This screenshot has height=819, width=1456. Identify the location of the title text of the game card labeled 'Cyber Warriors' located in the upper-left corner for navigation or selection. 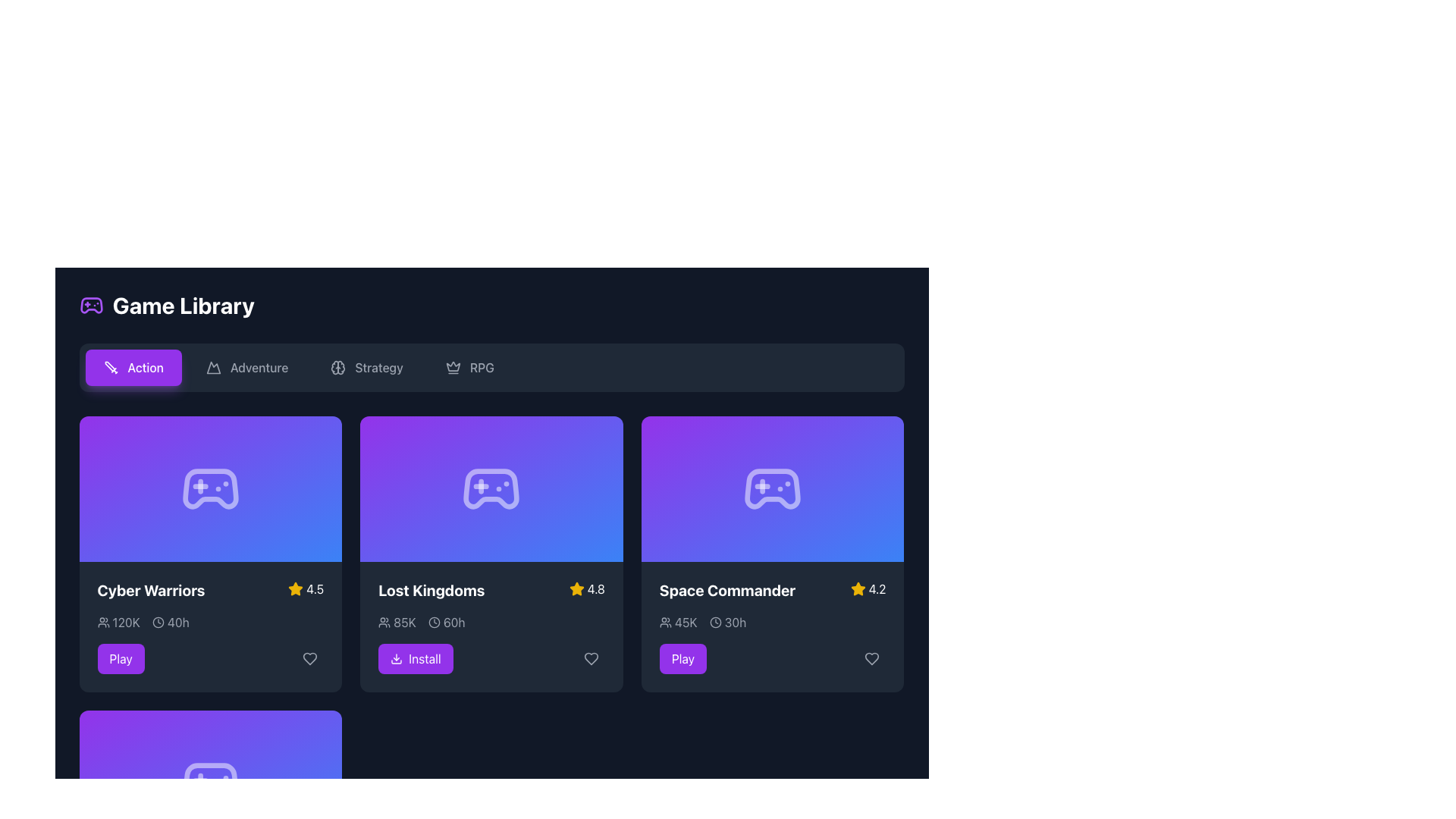
(151, 590).